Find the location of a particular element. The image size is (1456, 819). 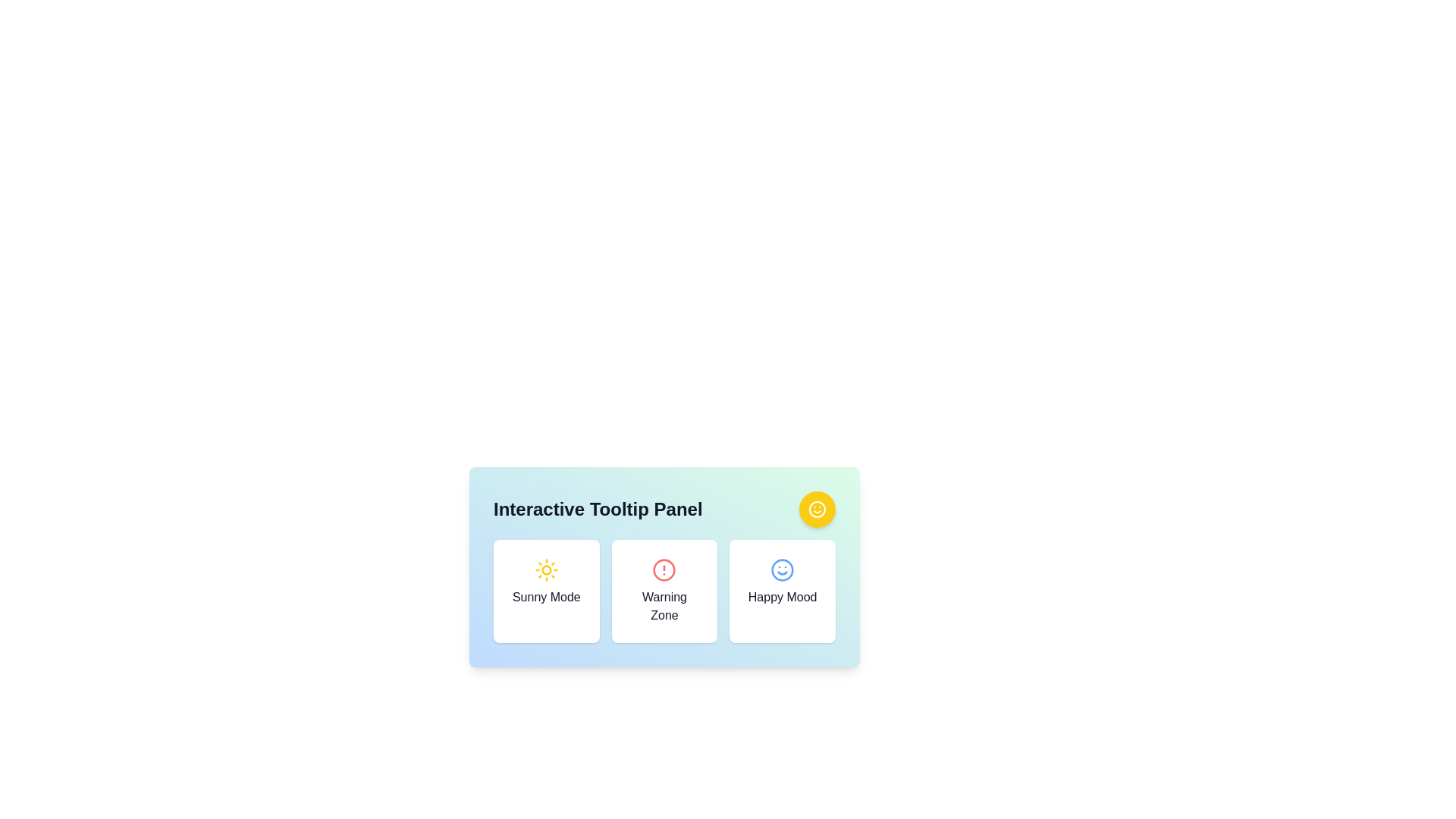

the SVG circle element representing a smiling face located in the top-right corner of the 'Interactive Tooltip Panel', adjacent to the orange square with an envelope shape is located at coordinates (817, 509).